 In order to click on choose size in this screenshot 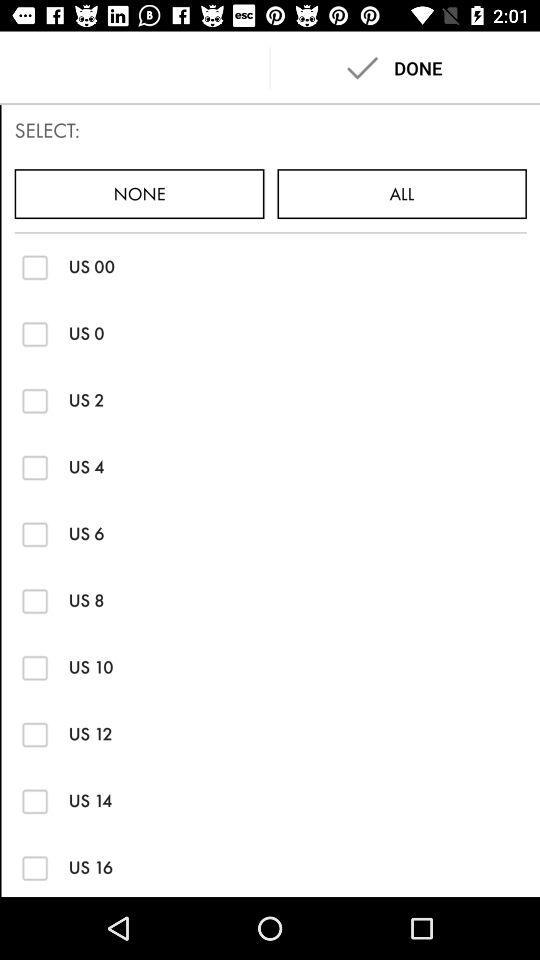, I will do `click(35, 333)`.